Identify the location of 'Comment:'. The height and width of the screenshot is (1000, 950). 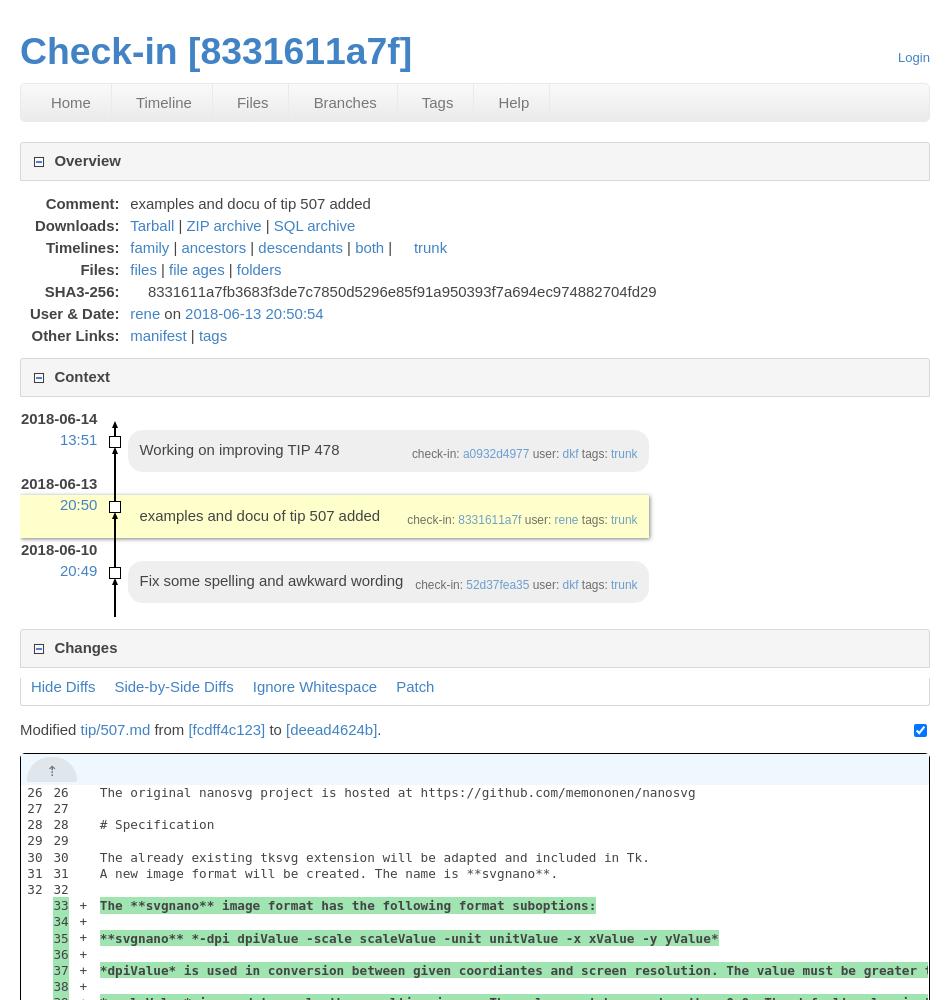
(45, 201).